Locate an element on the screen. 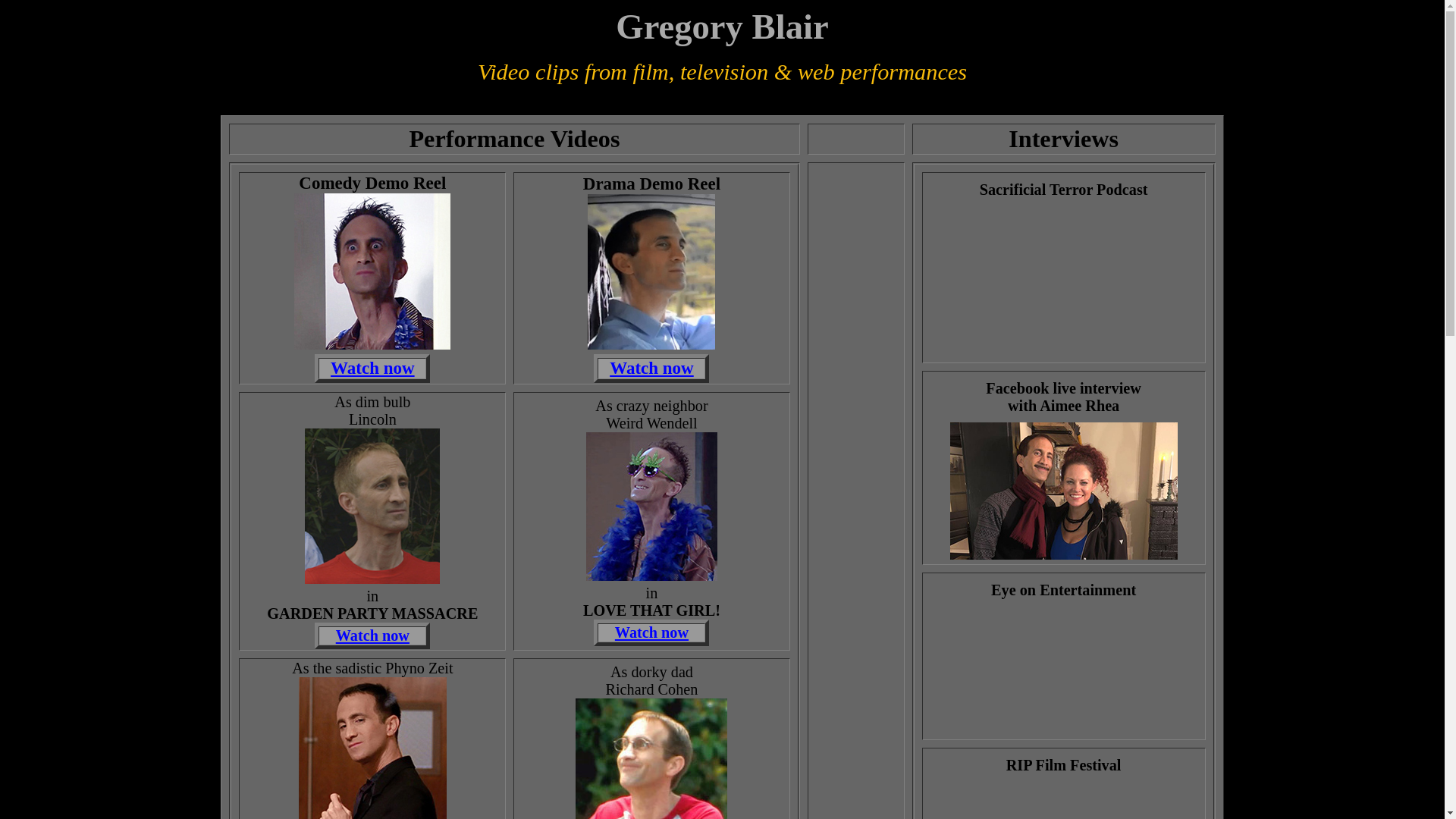  'Watch now' is located at coordinates (330, 368).